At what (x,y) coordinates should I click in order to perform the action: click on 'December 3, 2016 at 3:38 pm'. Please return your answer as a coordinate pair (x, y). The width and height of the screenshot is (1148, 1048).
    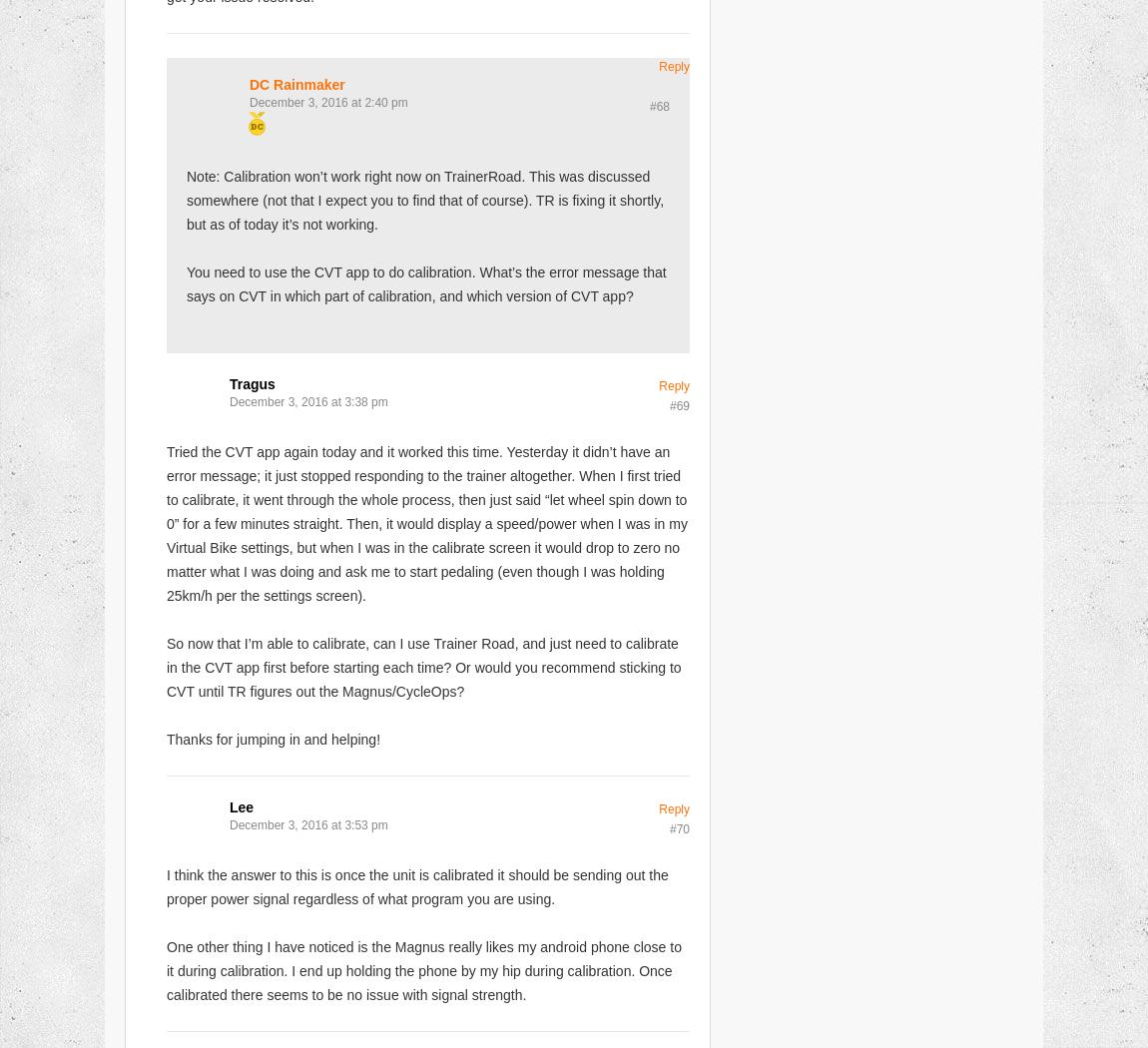
    Looking at the image, I should click on (308, 401).